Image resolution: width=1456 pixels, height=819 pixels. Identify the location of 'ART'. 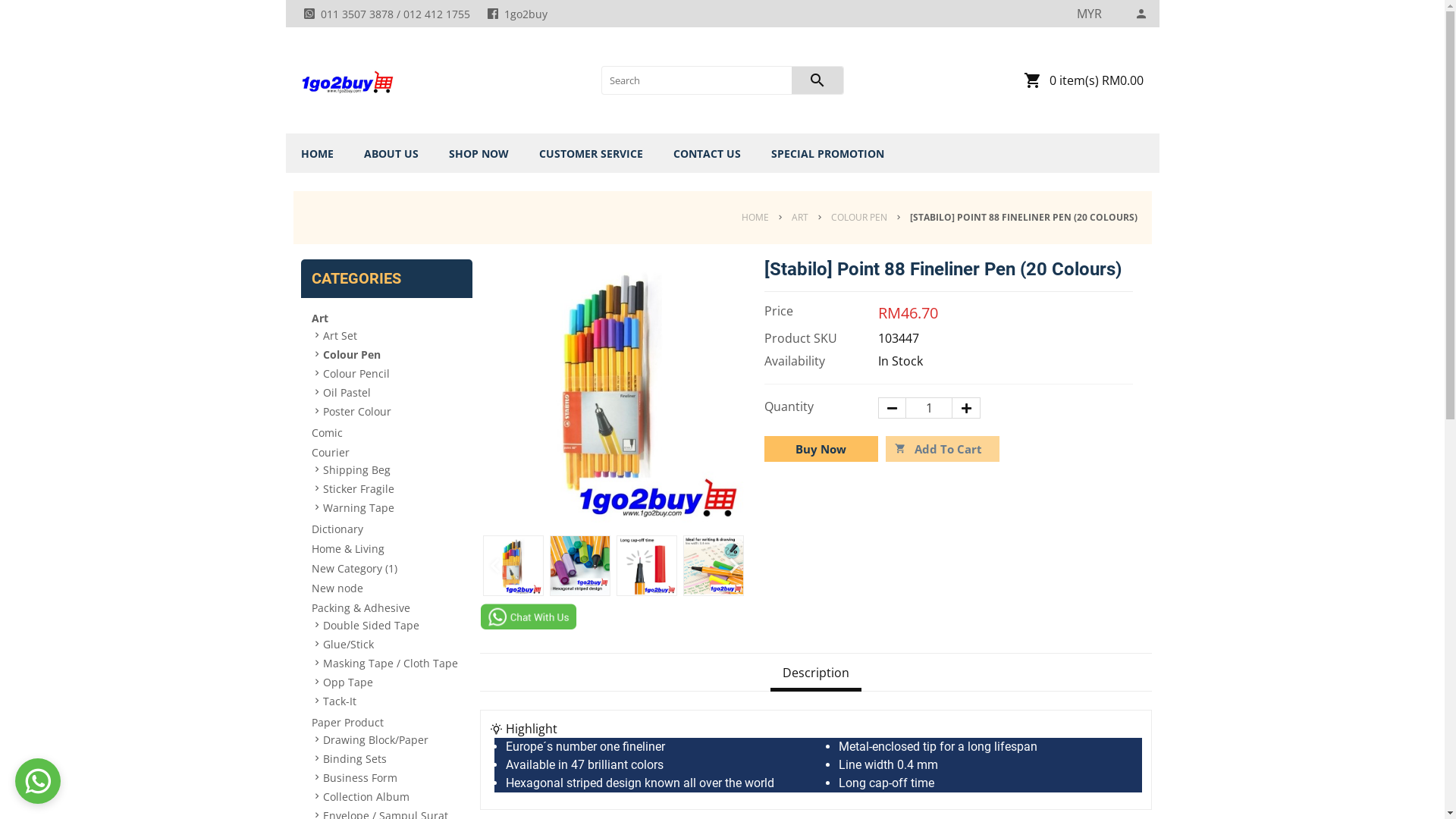
(799, 217).